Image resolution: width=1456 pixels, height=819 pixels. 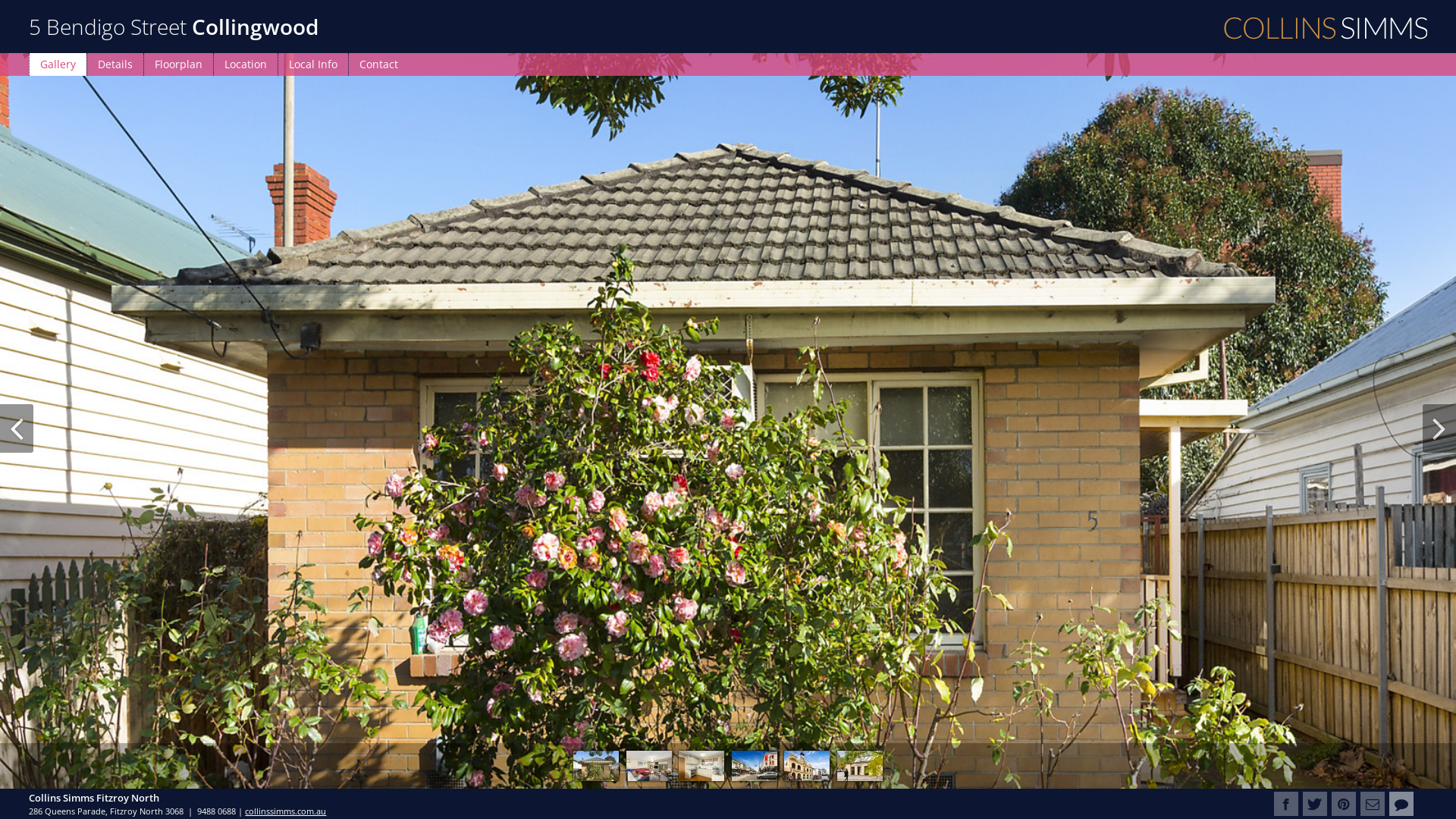 What do you see at coordinates (212, 63) in the screenshot?
I see `'Location'` at bounding box center [212, 63].